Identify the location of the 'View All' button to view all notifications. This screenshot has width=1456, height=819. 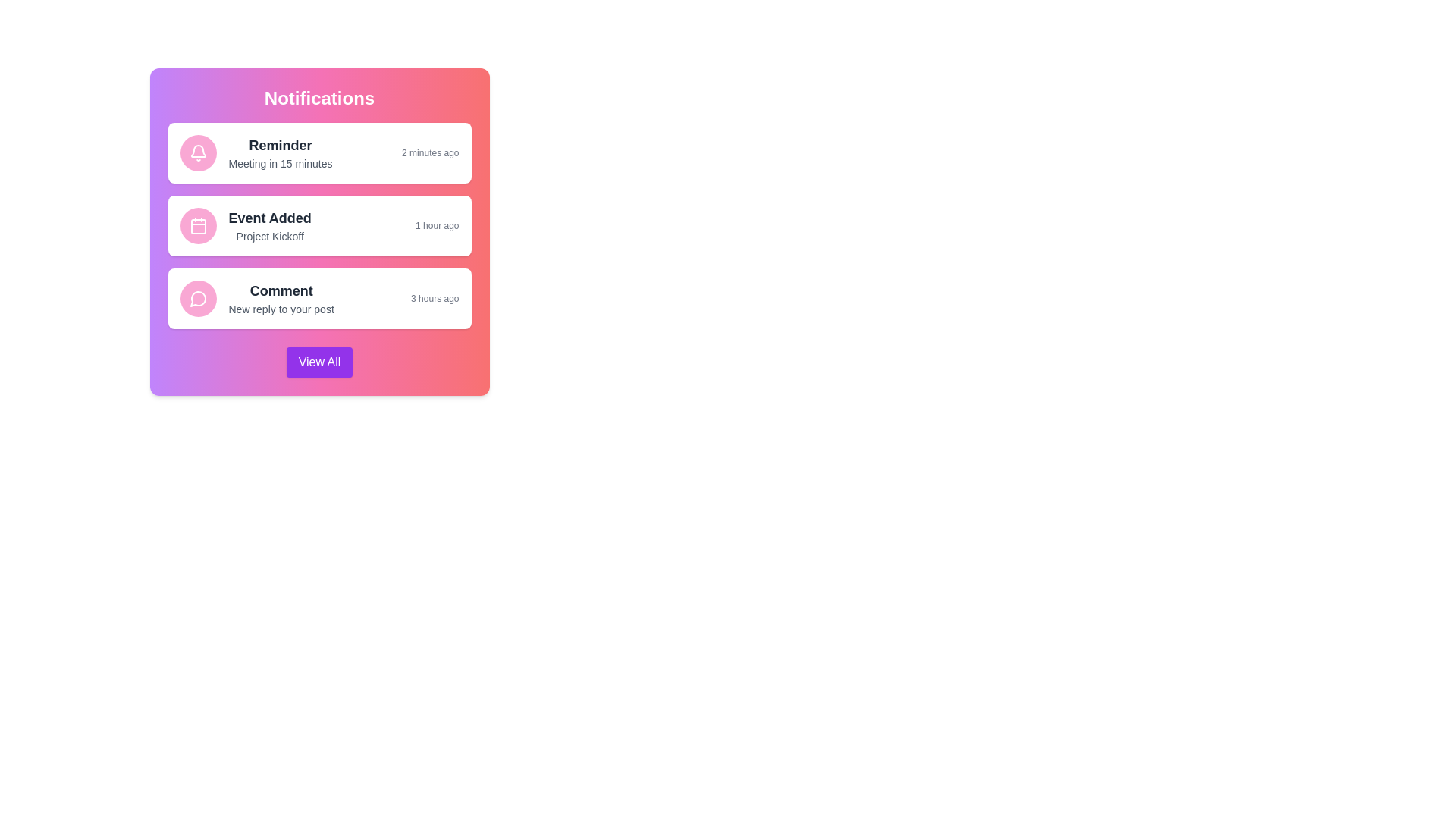
(318, 362).